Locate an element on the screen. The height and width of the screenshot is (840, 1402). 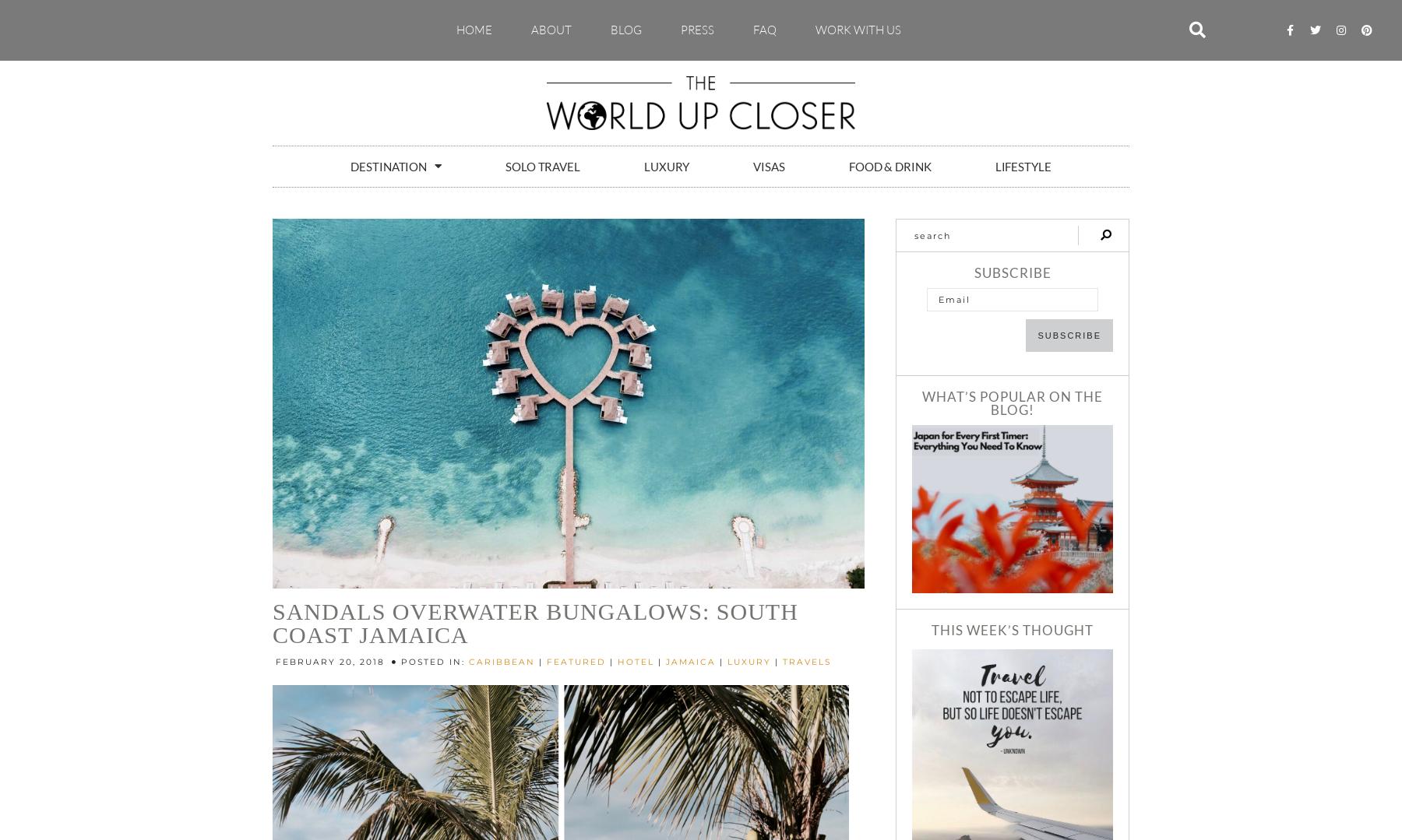
'Press' is located at coordinates (697, 29).